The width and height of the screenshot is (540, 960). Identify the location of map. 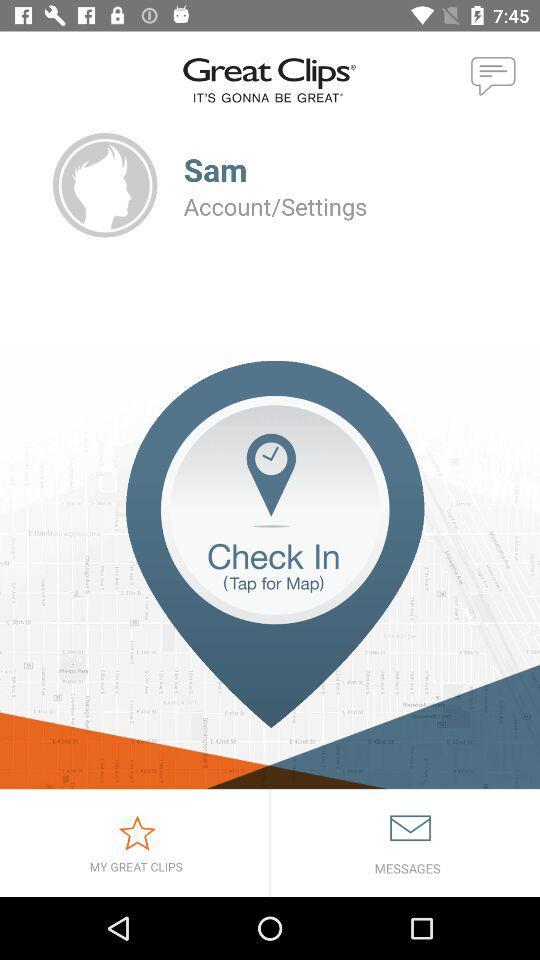
(270, 575).